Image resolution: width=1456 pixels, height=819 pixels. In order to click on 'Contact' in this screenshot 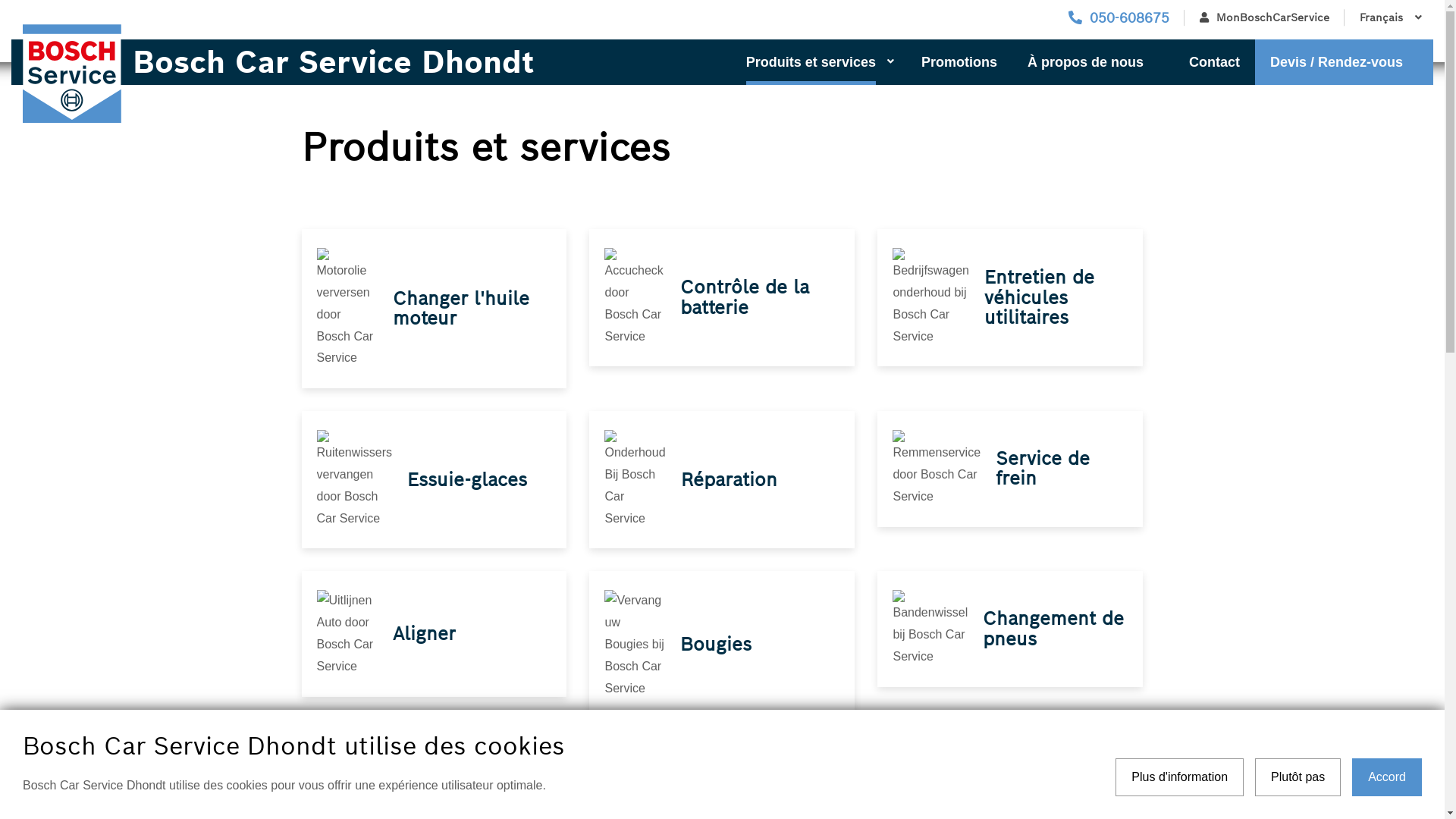, I will do `click(1214, 61)`.